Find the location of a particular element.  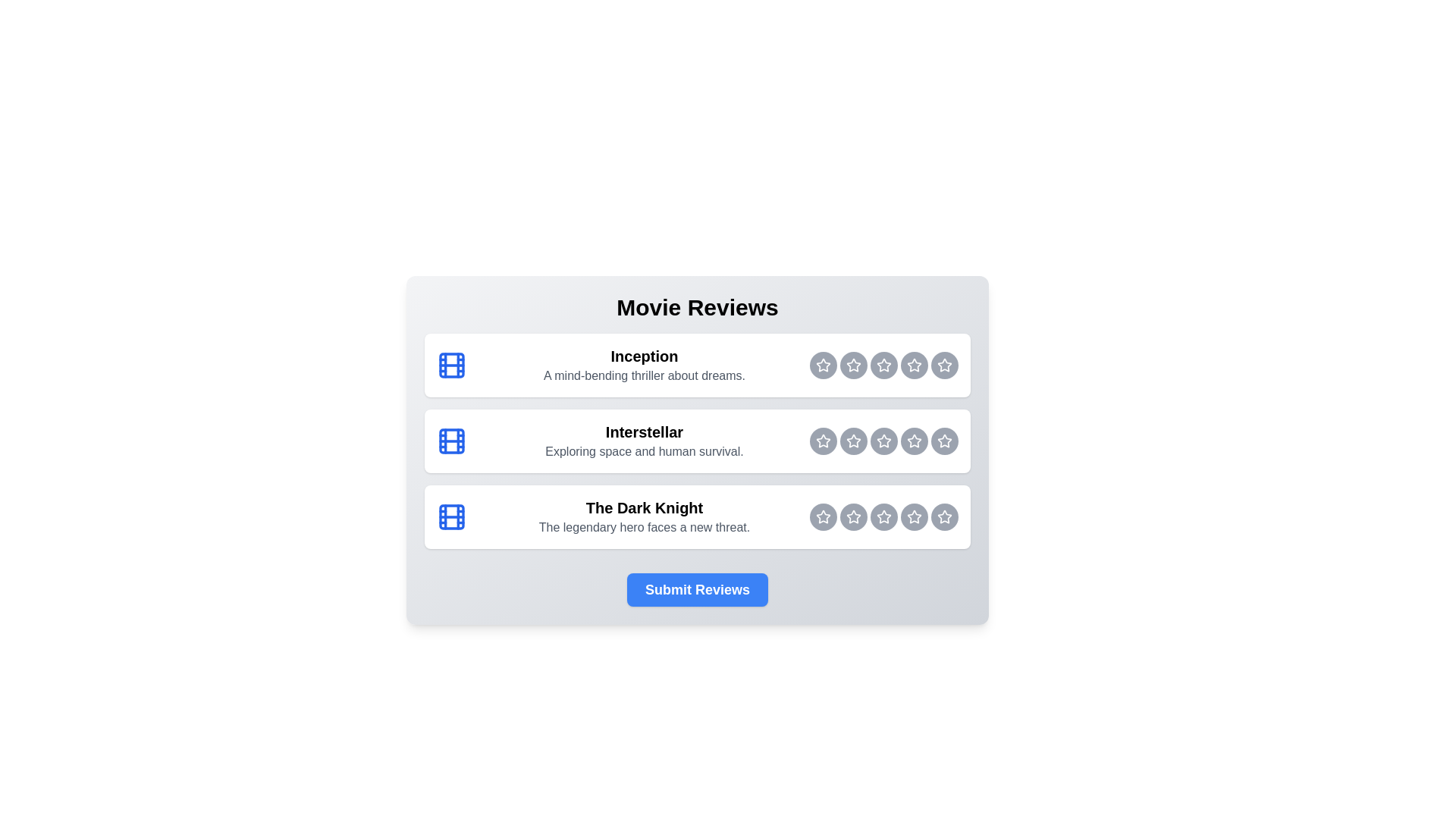

the rating for the movie 'The Dark Knight' to 2 stars is located at coordinates (822, 516).